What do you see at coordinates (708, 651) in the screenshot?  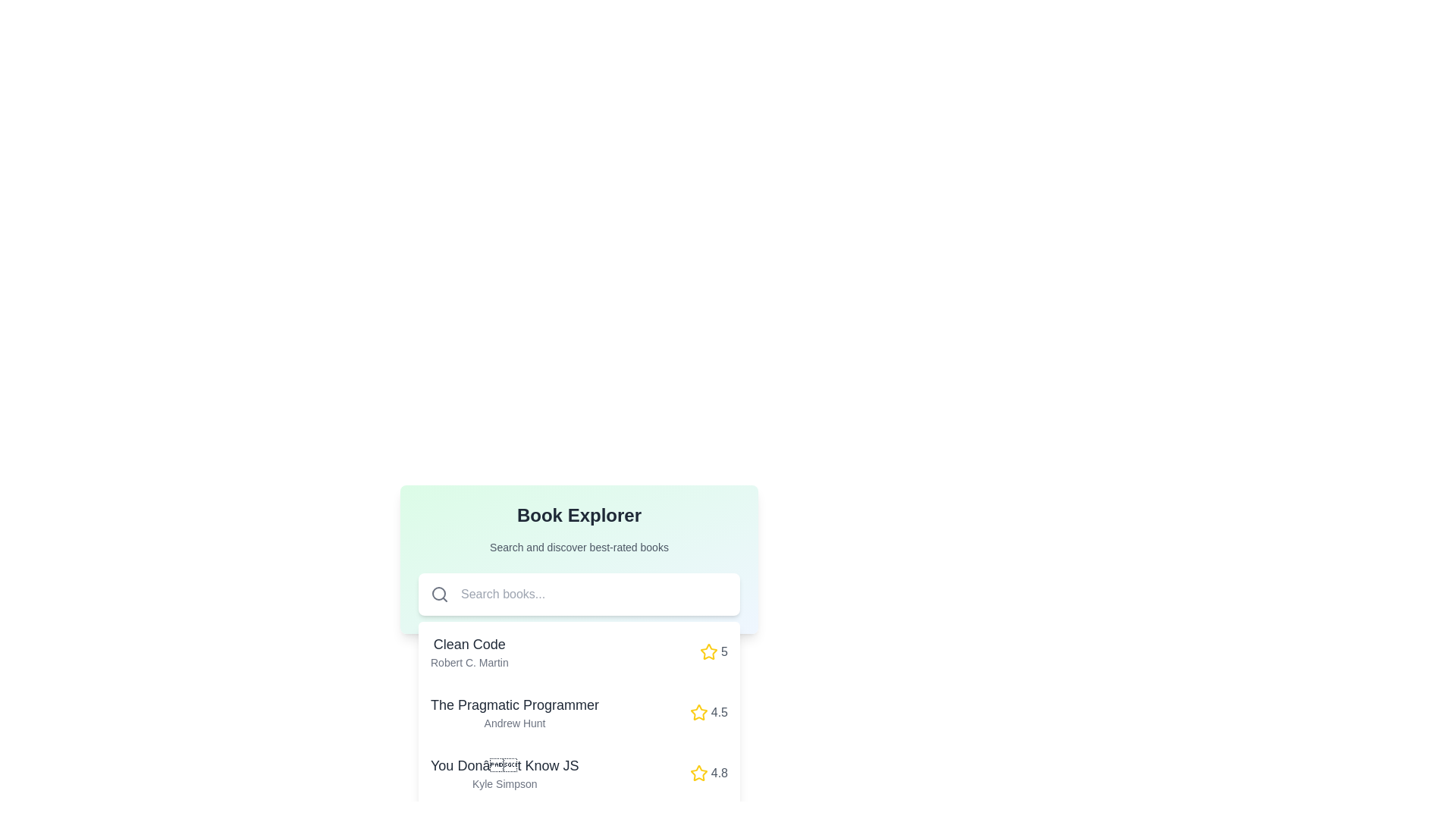 I see `the star icon used for rating the book 'Clean Code', located near its title in the book list` at bounding box center [708, 651].